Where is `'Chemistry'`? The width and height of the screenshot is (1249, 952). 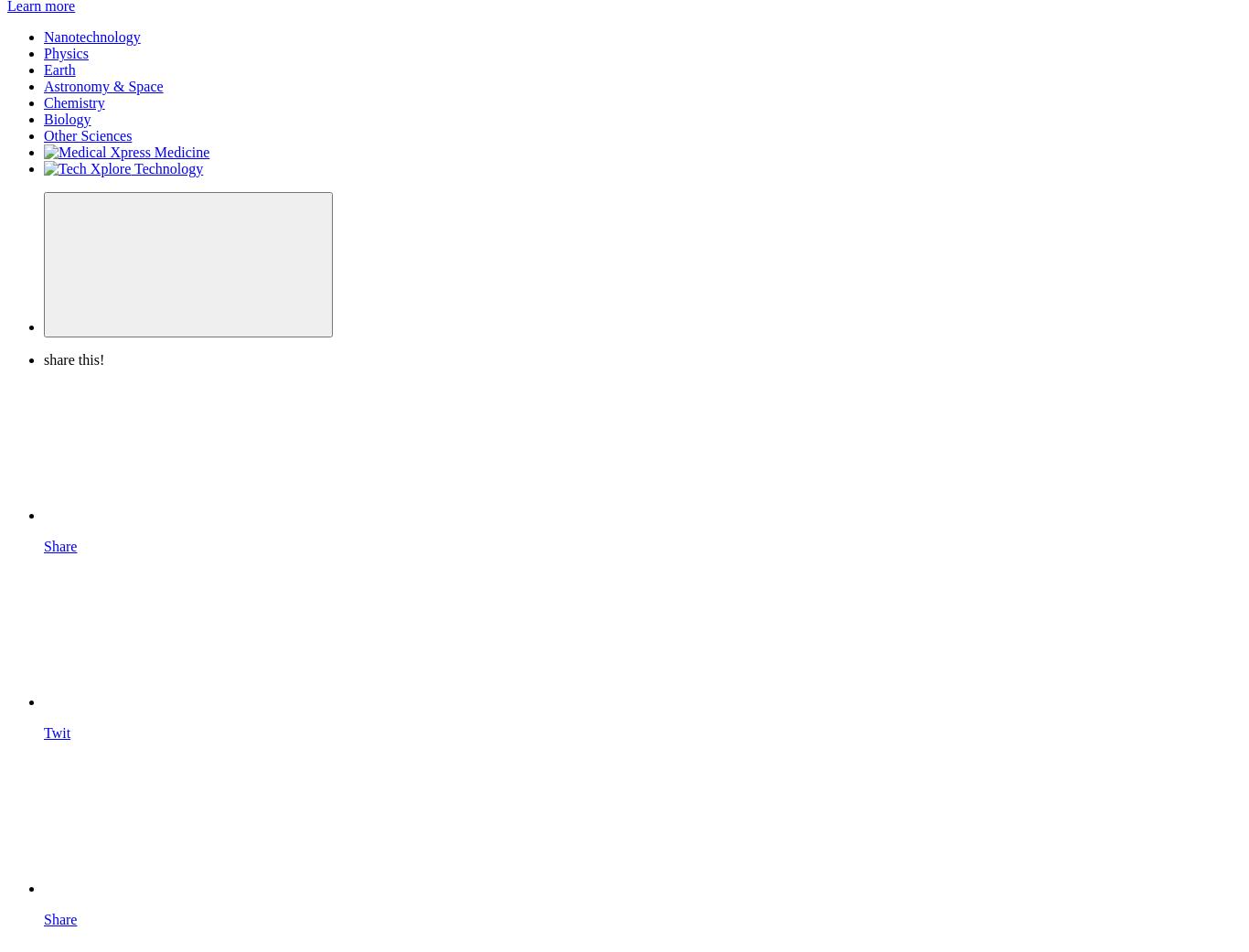
'Chemistry' is located at coordinates (74, 102).